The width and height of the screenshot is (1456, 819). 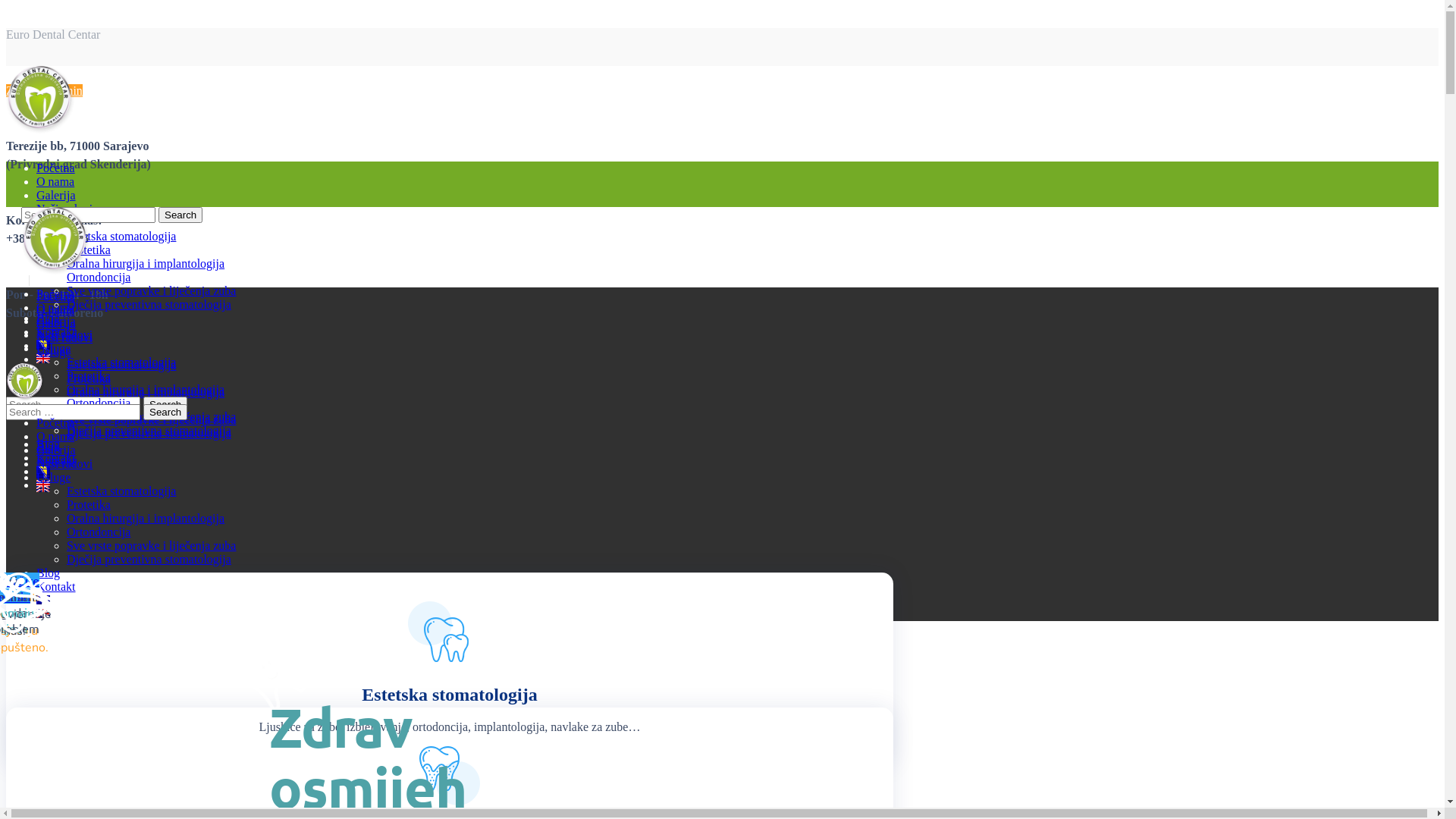 What do you see at coordinates (55, 307) in the screenshot?
I see `'O nama'` at bounding box center [55, 307].